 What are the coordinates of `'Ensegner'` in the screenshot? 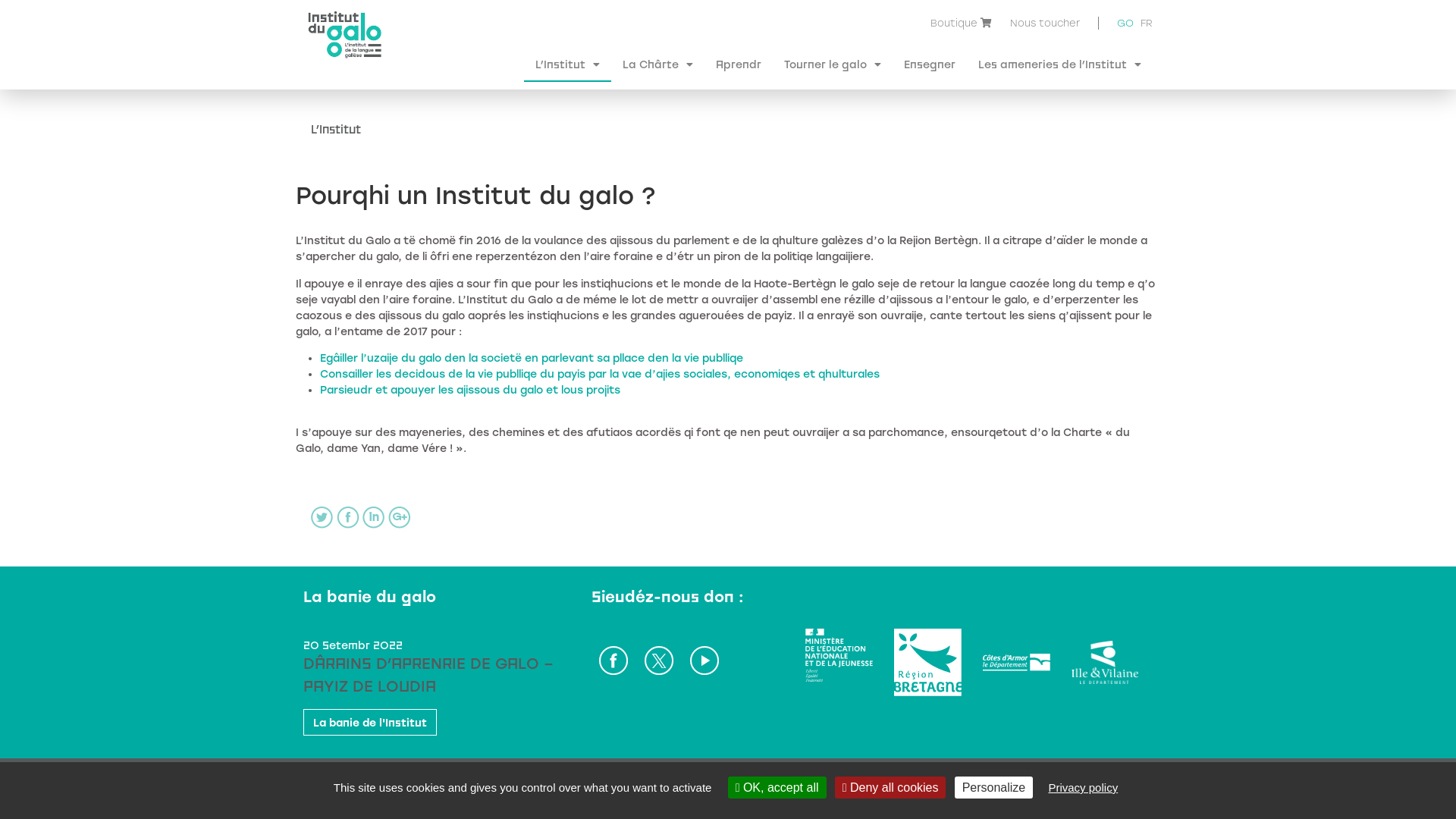 It's located at (928, 63).